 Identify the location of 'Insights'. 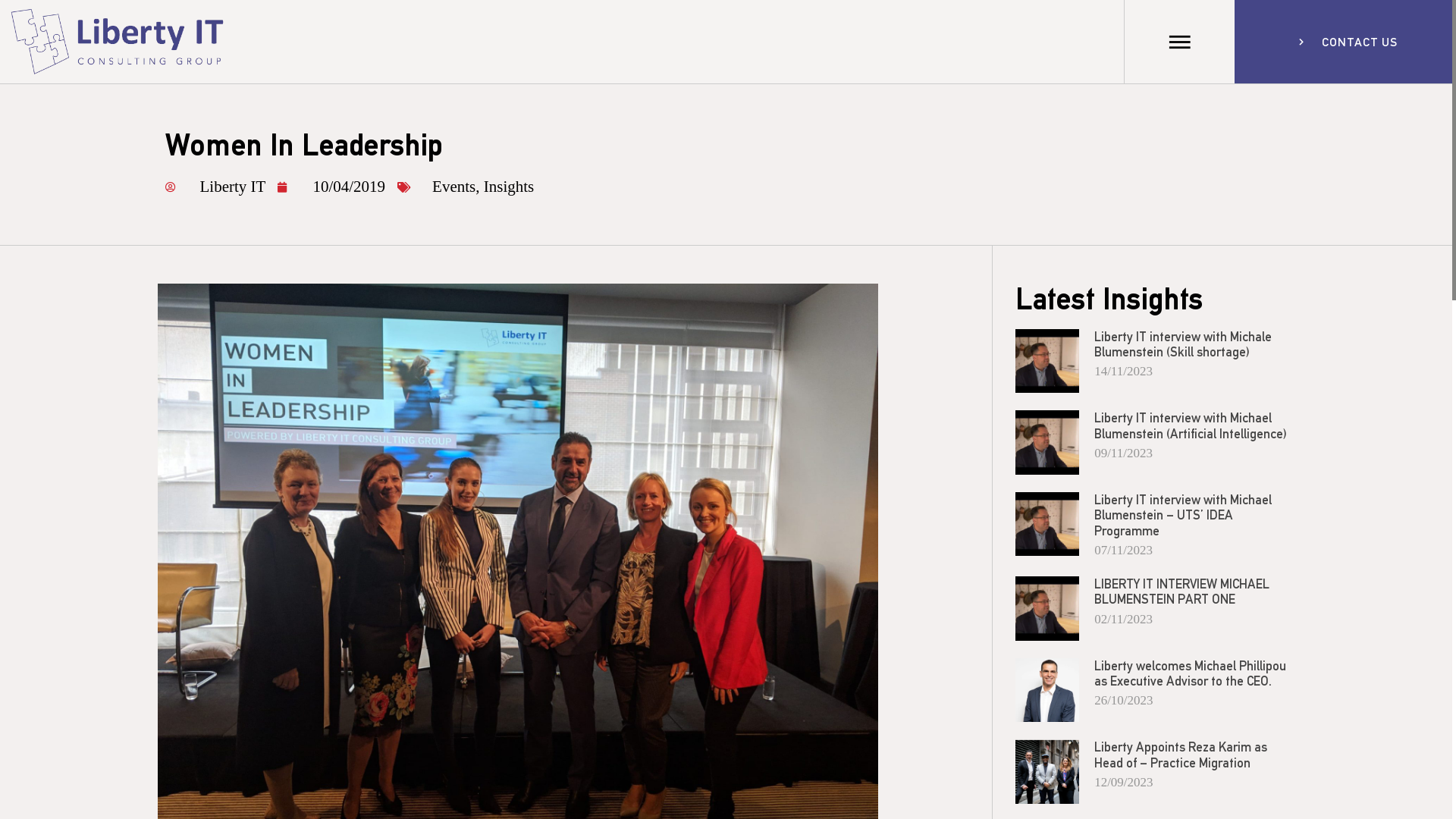
(509, 186).